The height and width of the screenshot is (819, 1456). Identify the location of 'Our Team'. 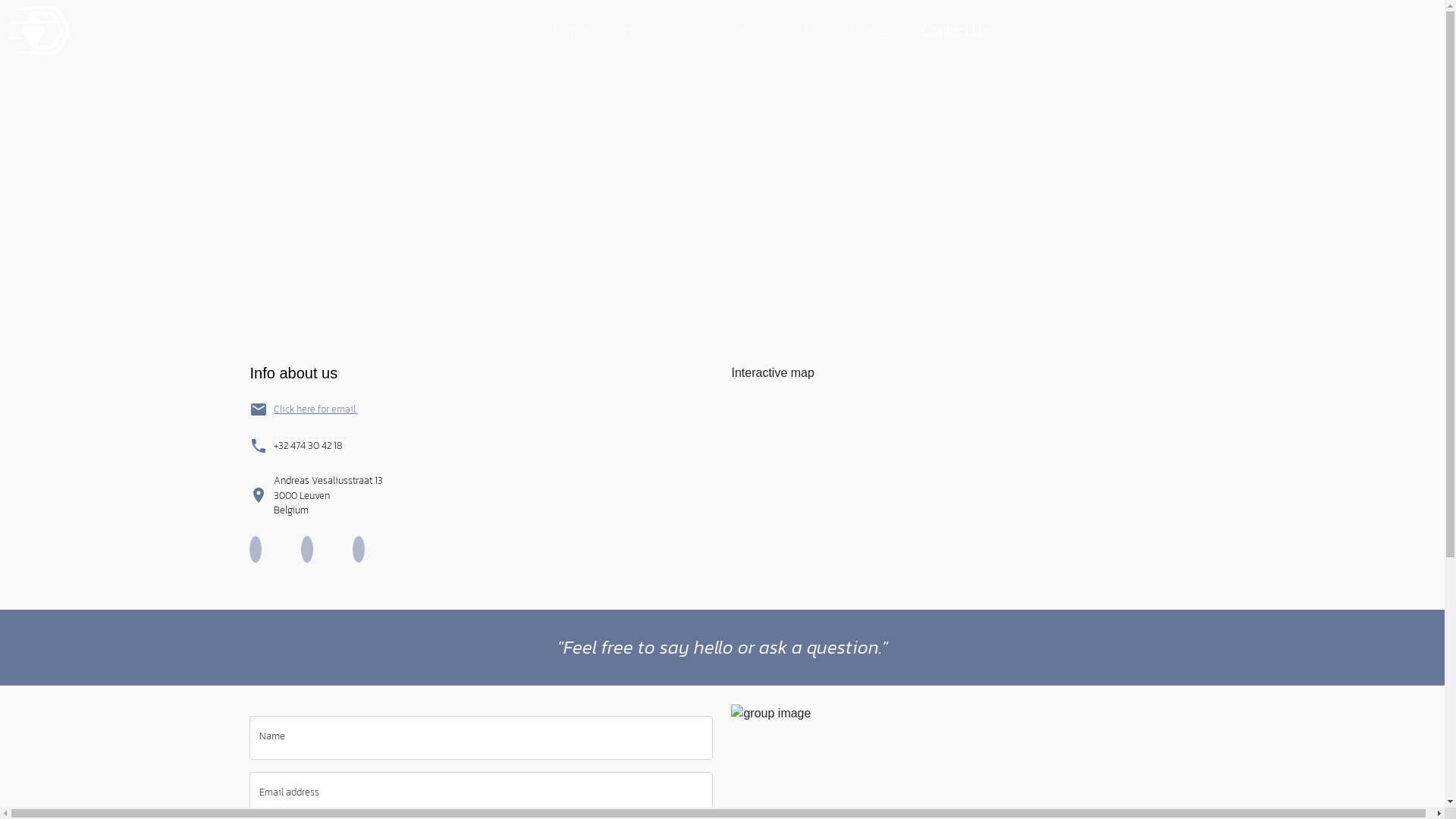
(684, 30).